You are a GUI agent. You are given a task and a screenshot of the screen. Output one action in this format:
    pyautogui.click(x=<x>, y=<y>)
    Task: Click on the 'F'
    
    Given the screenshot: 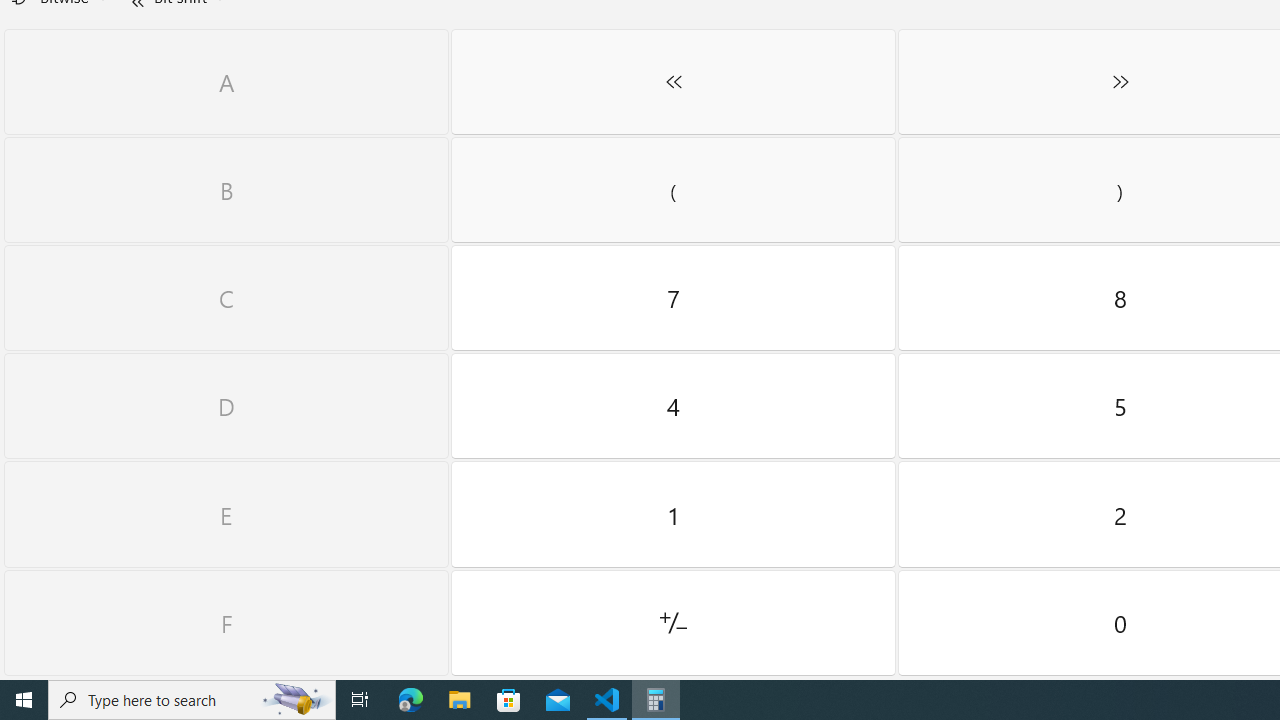 What is the action you would take?
    pyautogui.click(x=226, y=622)
    